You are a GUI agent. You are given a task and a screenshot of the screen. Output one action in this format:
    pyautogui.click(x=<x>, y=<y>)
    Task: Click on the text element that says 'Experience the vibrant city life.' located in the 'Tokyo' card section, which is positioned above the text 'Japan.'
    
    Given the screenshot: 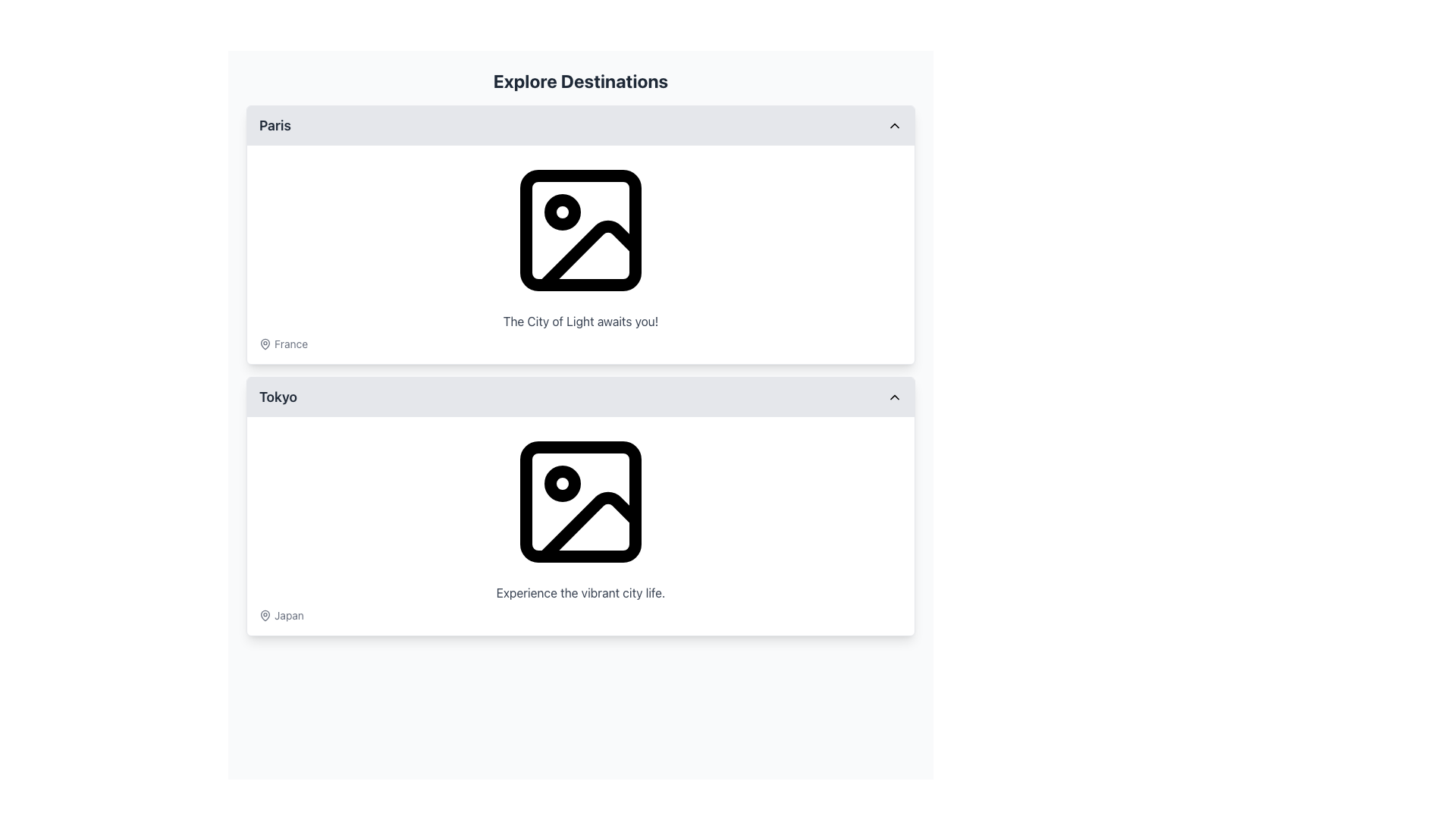 What is the action you would take?
    pyautogui.click(x=580, y=592)
    